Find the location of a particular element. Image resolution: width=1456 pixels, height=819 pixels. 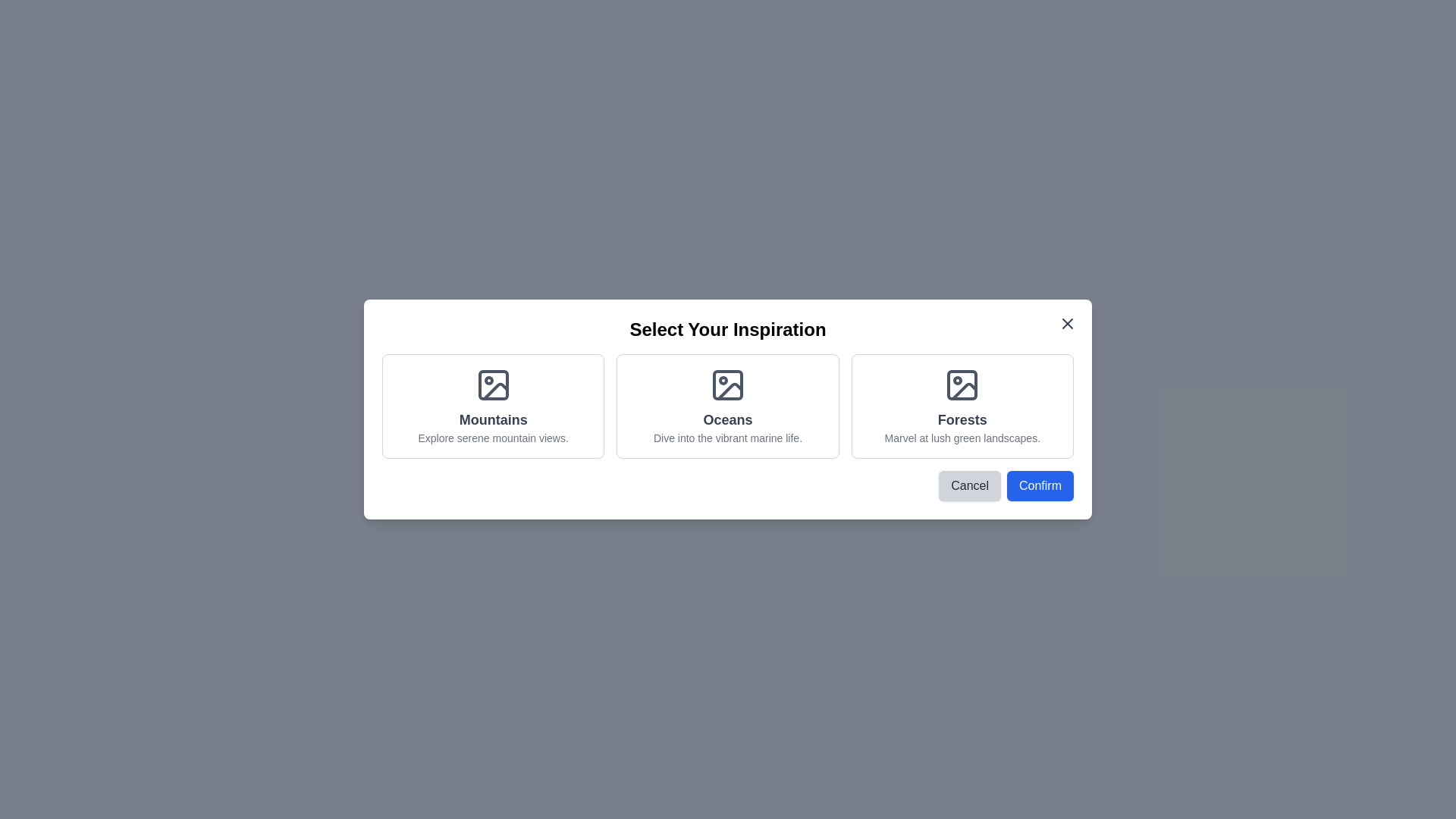

the text label 'Oceans' which is prominently displayed in a larger bold font, located in the central card of the 'Select Your Inspiration' modal is located at coordinates (728, 420).